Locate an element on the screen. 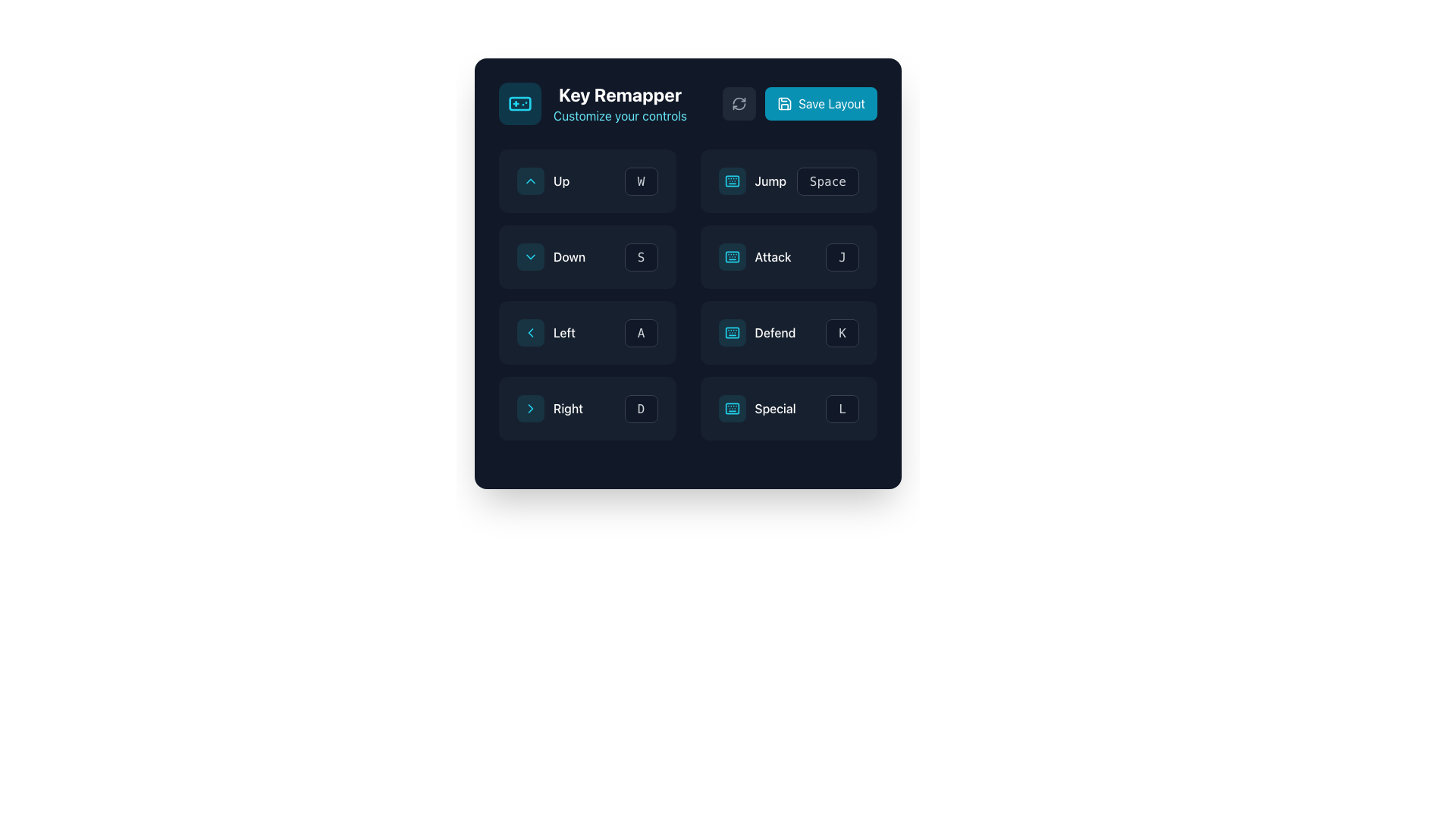 This screenshot has height=819, width=1456. the icon background element with a rectangular shape and rounded corners to explore context menu options related to the icon is located at coordinates (732, 256).